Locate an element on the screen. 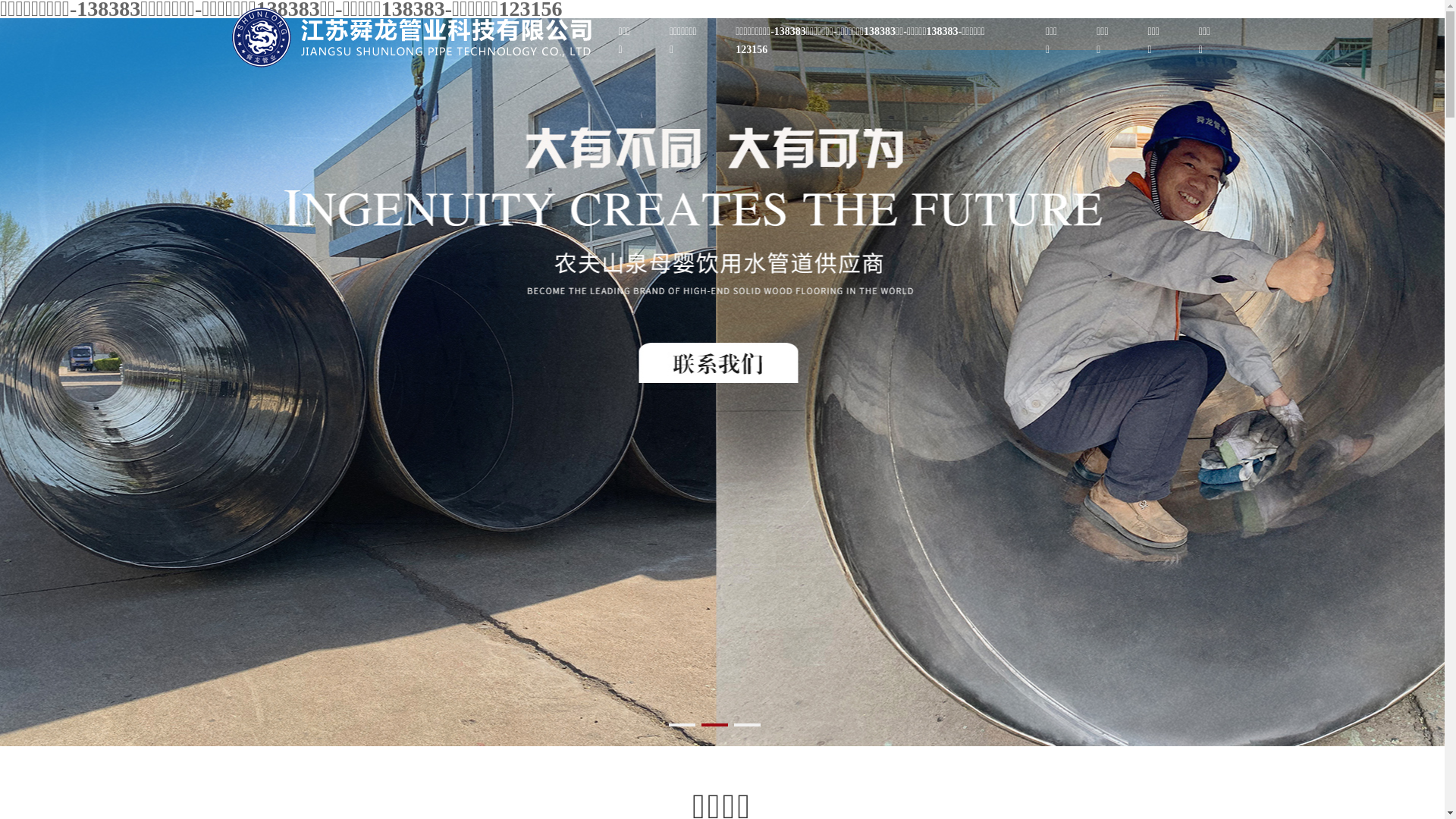 The width and height of the screenshot is (1456, 819). '3' is located at coordinates (747, 724).